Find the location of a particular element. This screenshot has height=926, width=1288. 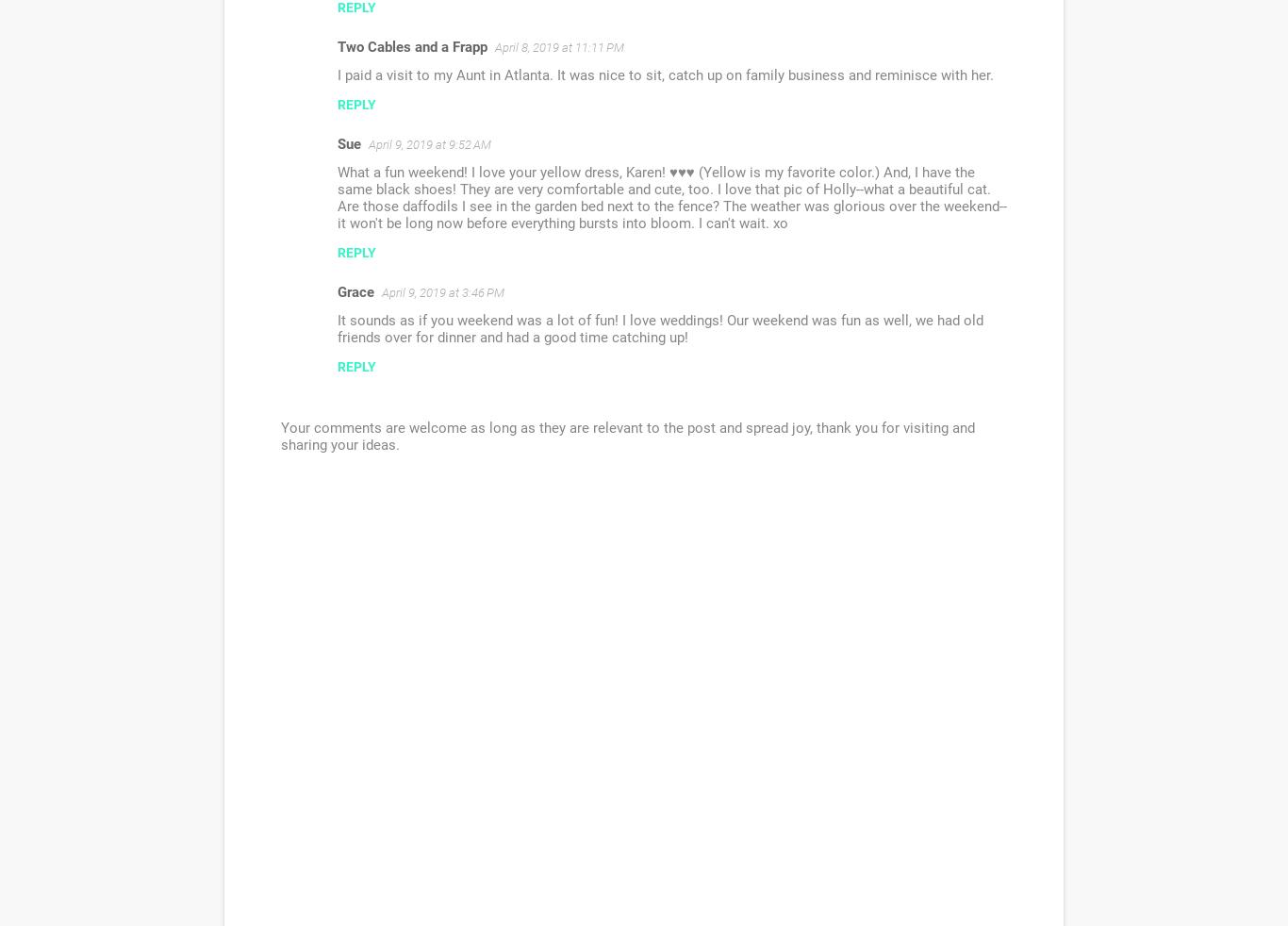

'April 9, 2019 at 3:46 PM' is located at coordinates (443, 292).